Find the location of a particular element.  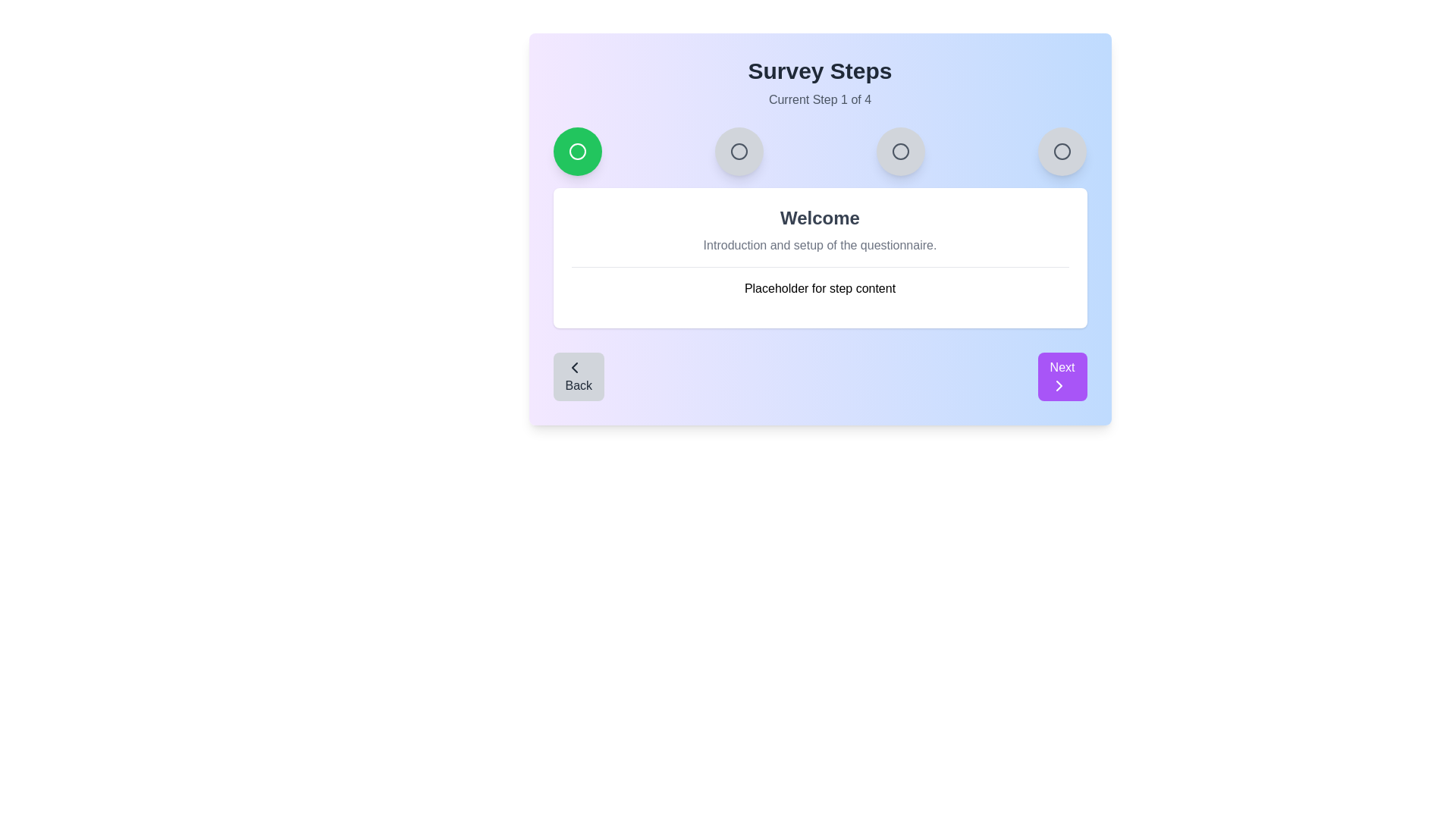

the centered text label displaying 'Welcome' in large, bold dark gray font against a white background, which is located above the introductory message is located at coordinates (819, 218).